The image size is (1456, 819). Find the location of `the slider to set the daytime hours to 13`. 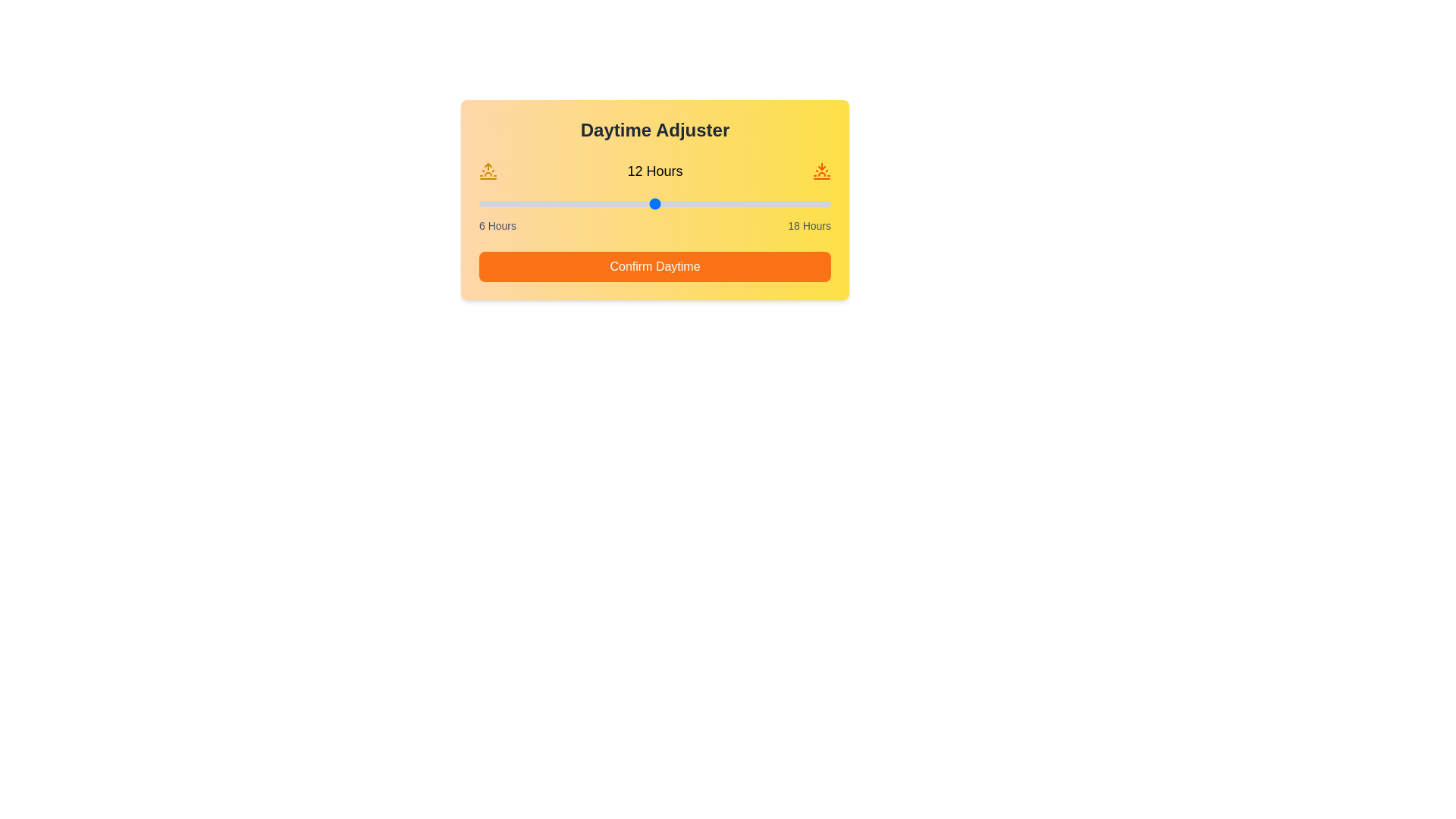

the slider to set the daytime hours to 13 is located at coordinates (683, 203).